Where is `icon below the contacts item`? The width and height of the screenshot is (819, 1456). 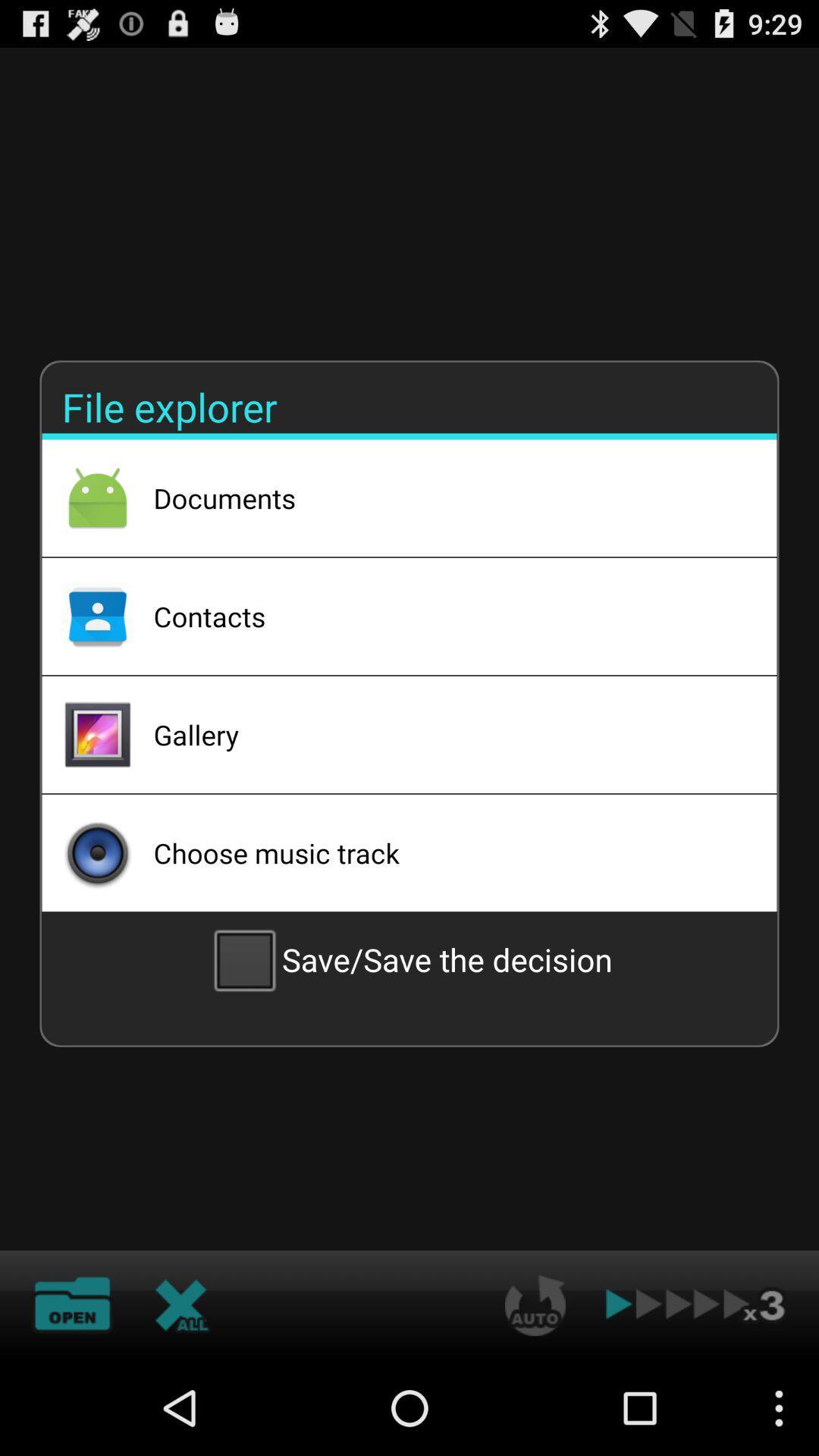
icon below the contacts item is located at coordinates (444, 735).